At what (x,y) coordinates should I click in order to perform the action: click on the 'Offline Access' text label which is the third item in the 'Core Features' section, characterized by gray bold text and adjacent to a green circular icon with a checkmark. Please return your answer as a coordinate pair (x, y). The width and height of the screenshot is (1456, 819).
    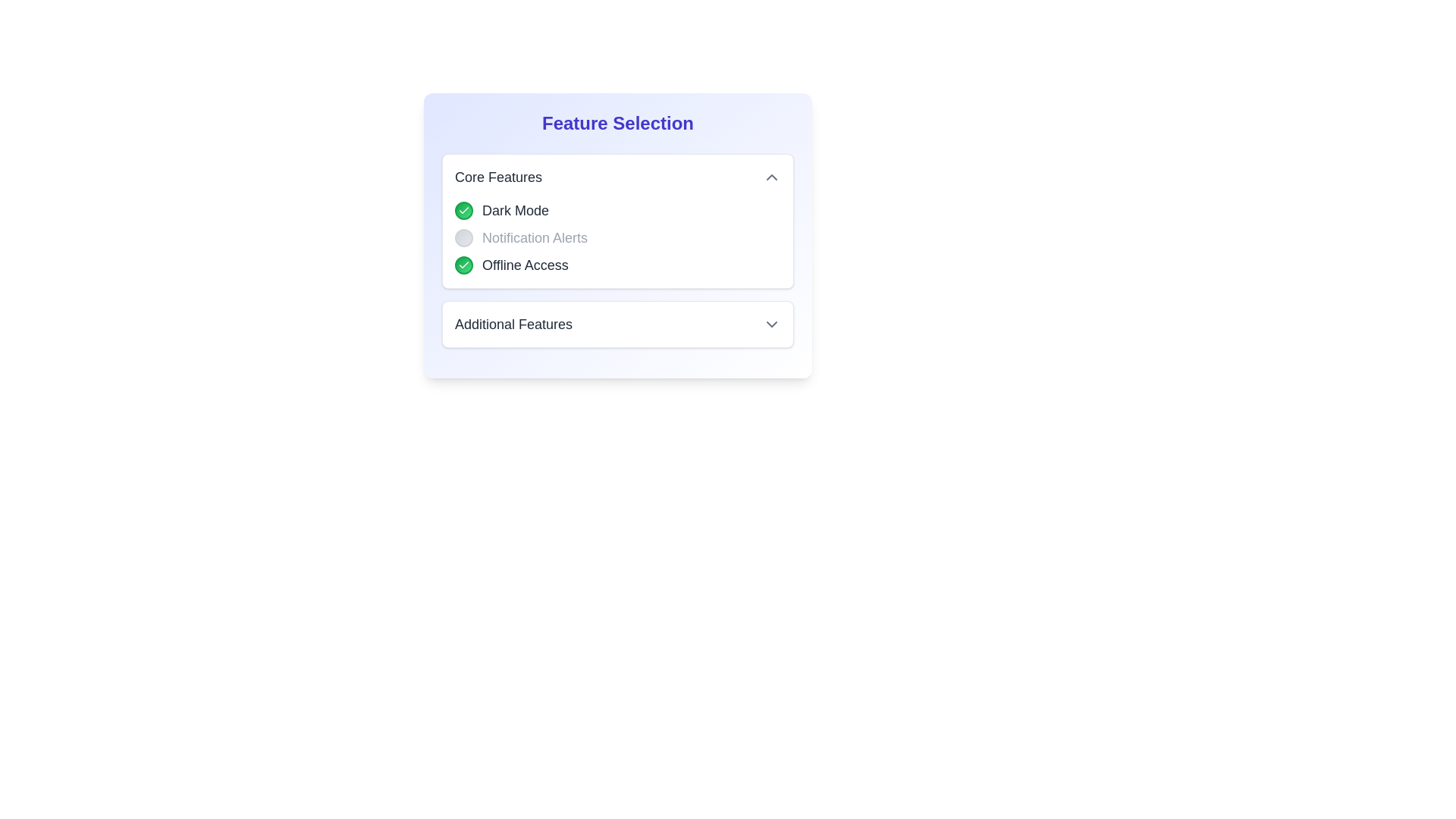
    Looking at the image, I should click on (525, 265).